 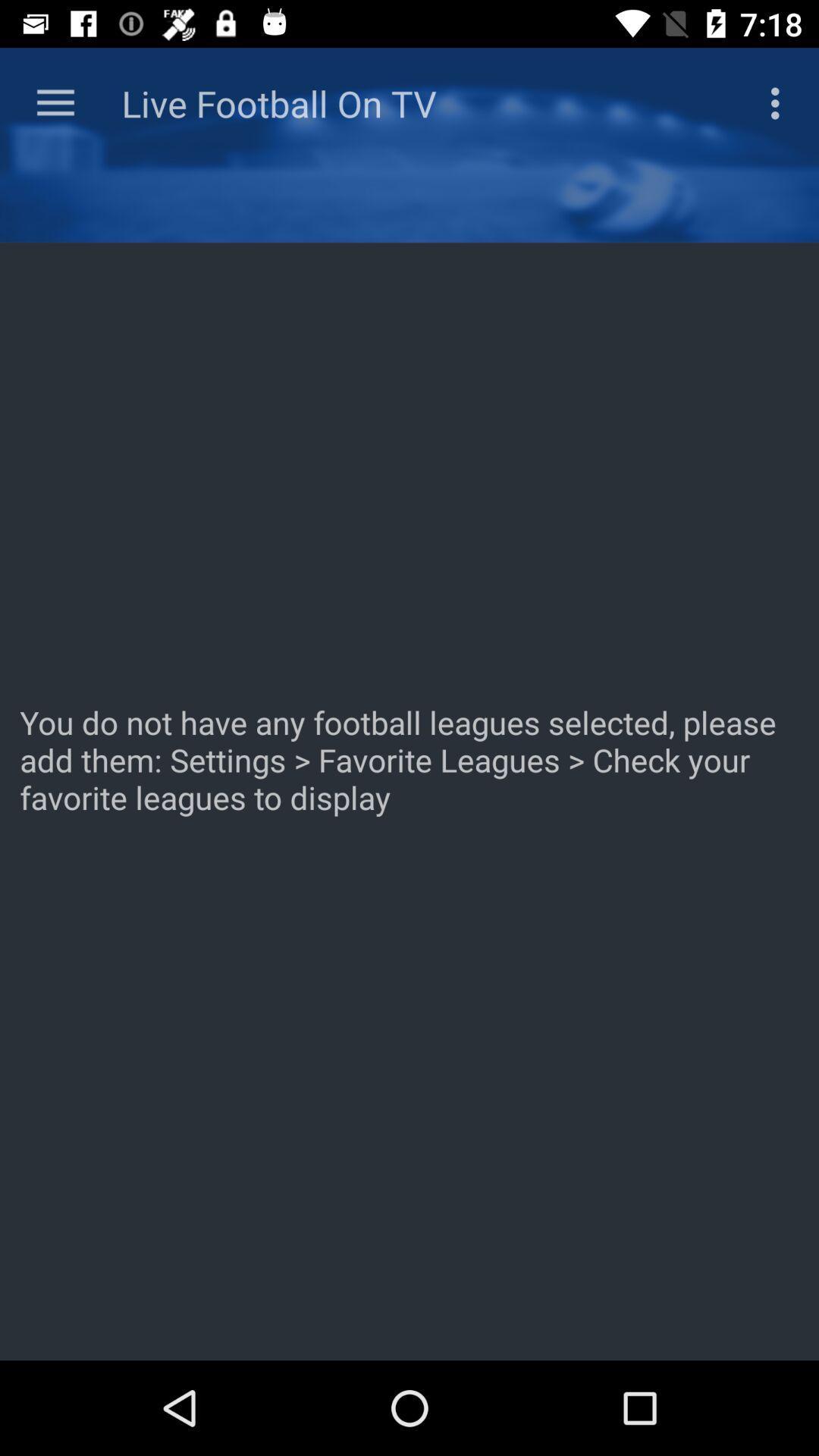 What do you see at coordinates (779, 102) in the screenshot?
I see `the item to the right of live football on icon` at bounding box center [779, 102].